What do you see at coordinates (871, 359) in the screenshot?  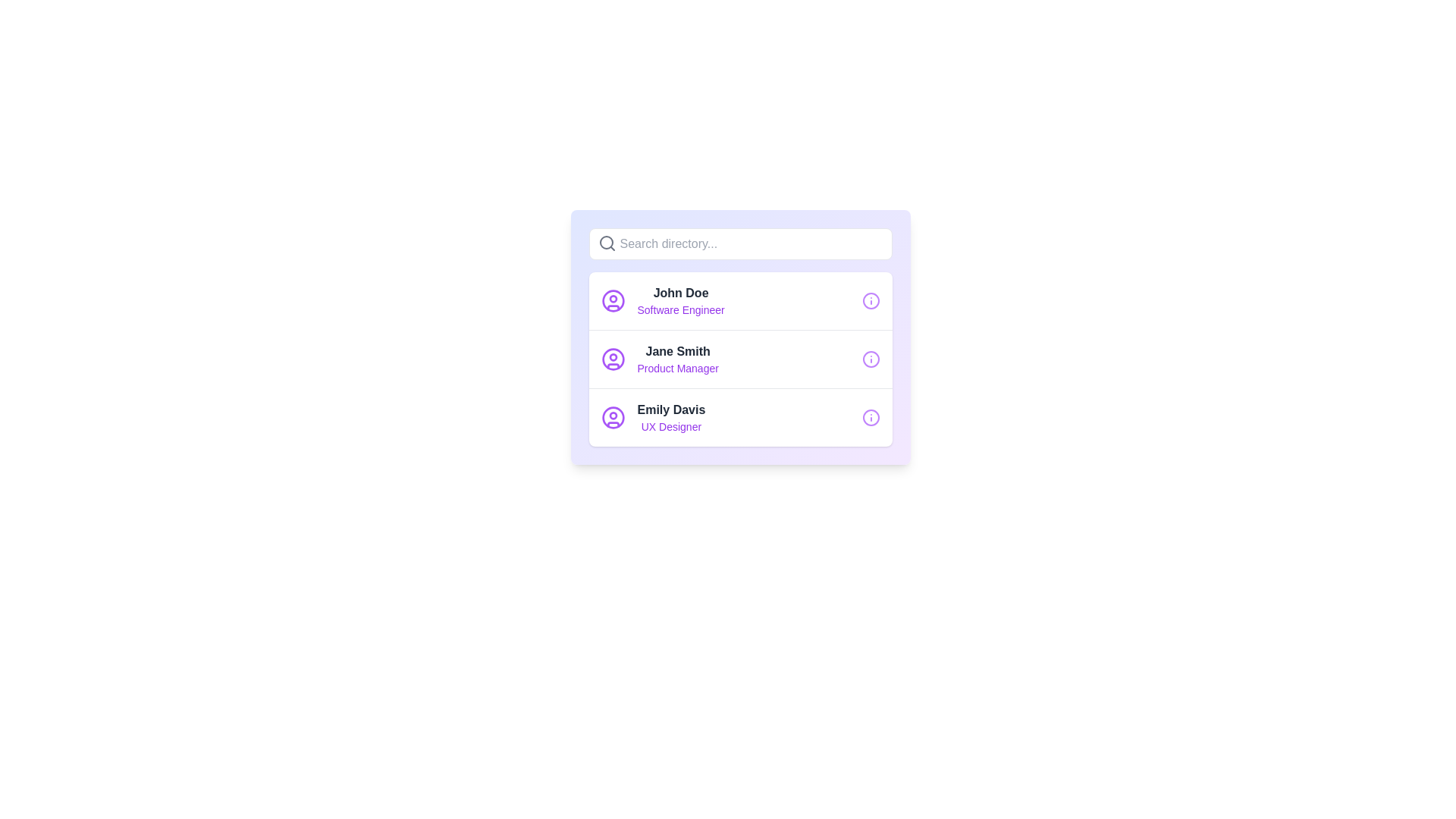 I see `the information icon for 'Jane Smith', the Product Manager` at bounding box center [871, 359].